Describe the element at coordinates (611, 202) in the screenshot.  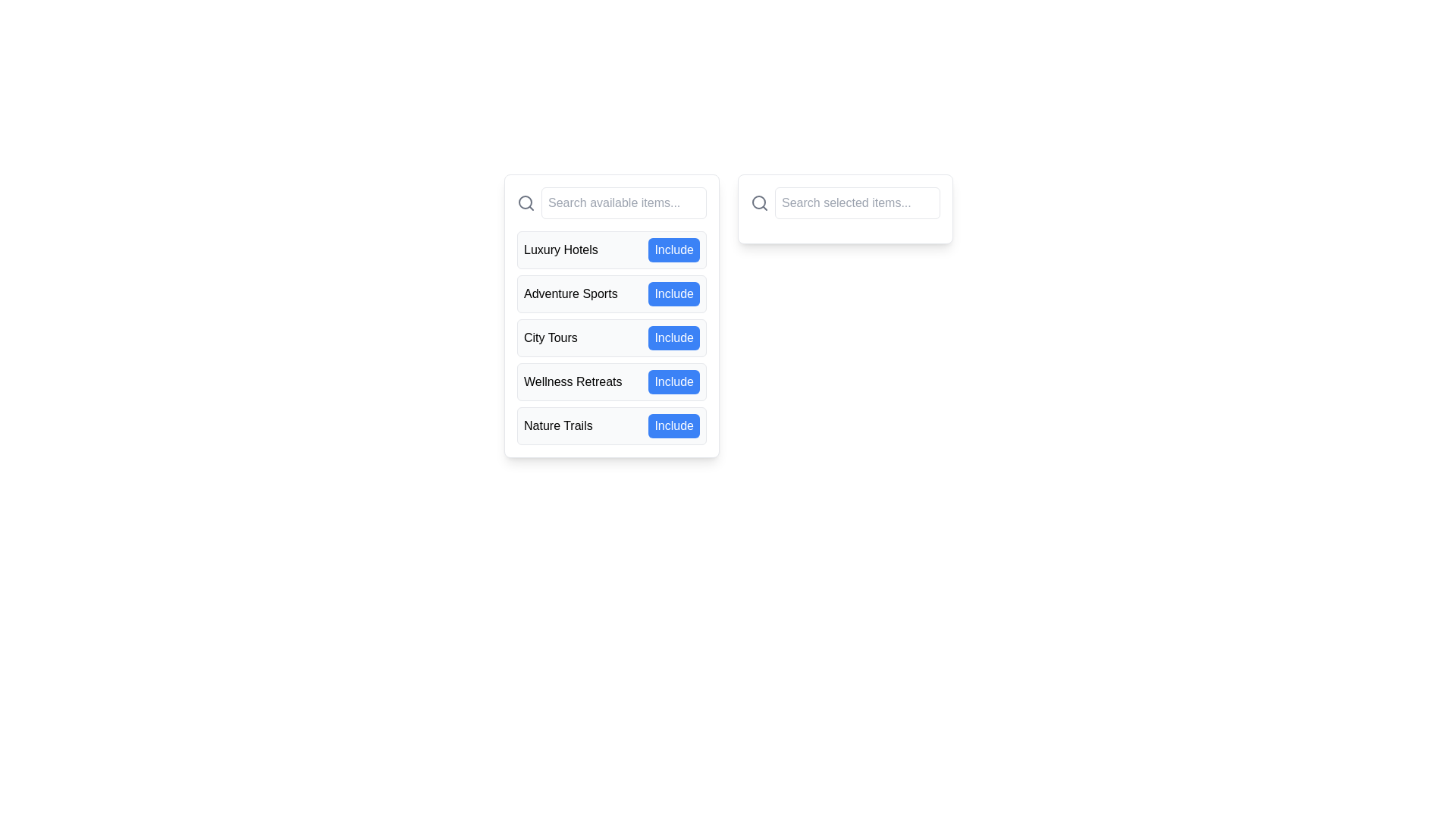
I see `the search input field with a magnifying glass icon to focus and input text` at that location.